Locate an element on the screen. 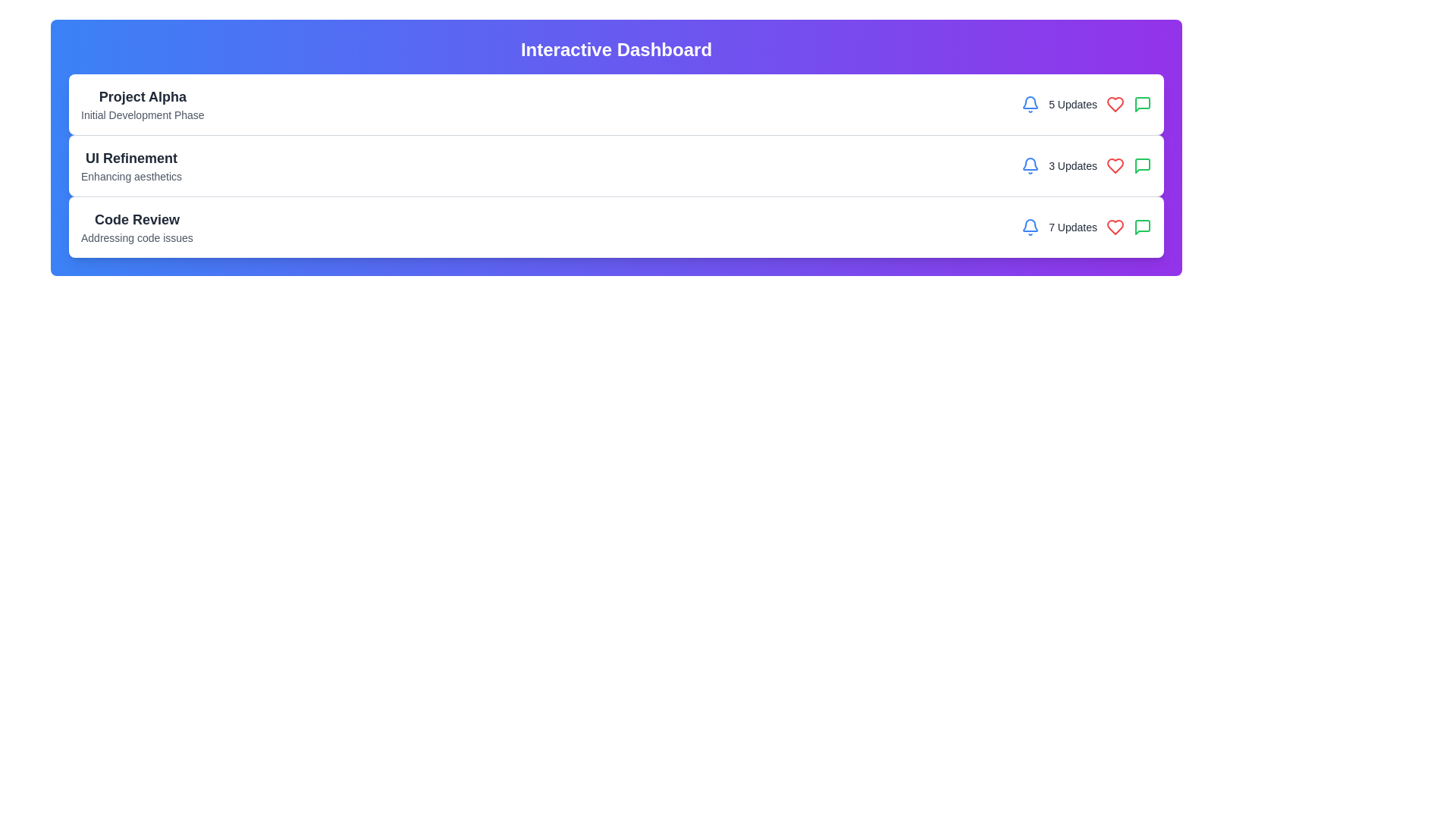 The image size is (1456, 819). the heart-shaped icon used to express a 'like' or 'favorite' action, located between '5 Updates' and a green speech bubble icon in the interactive component group is located at coordinates (1115, 104).